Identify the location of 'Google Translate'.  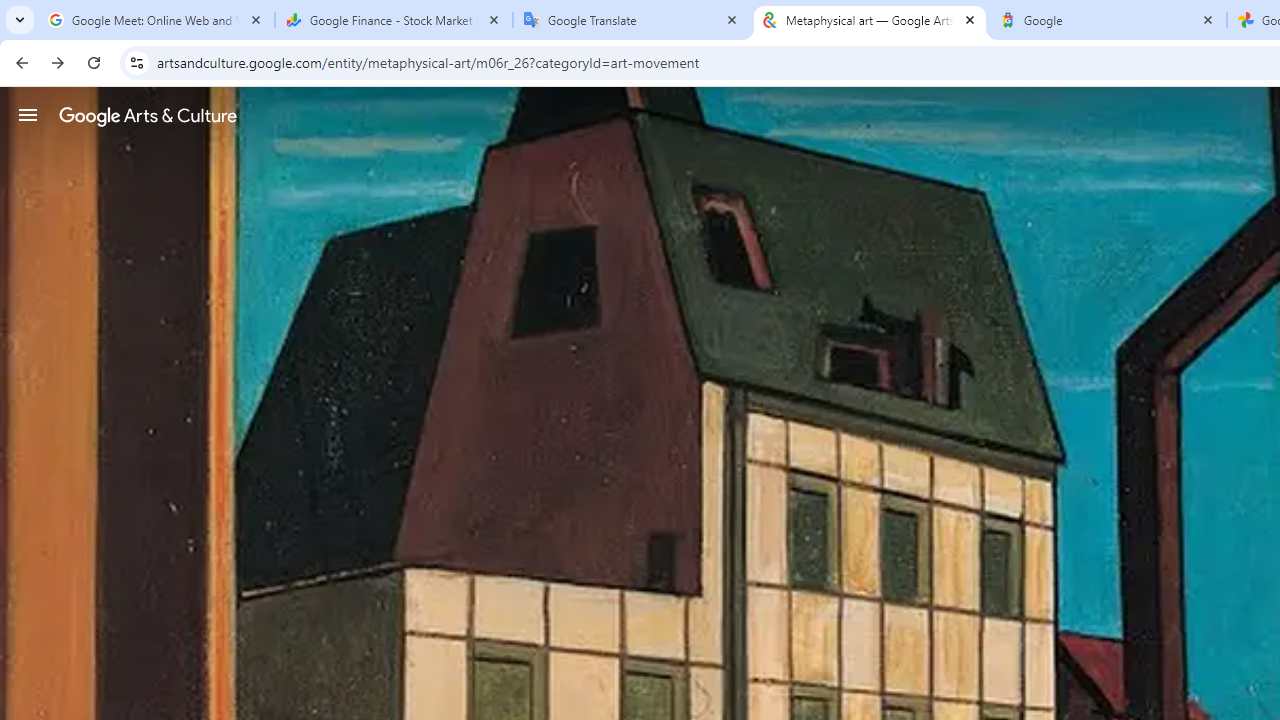
(631, 20).